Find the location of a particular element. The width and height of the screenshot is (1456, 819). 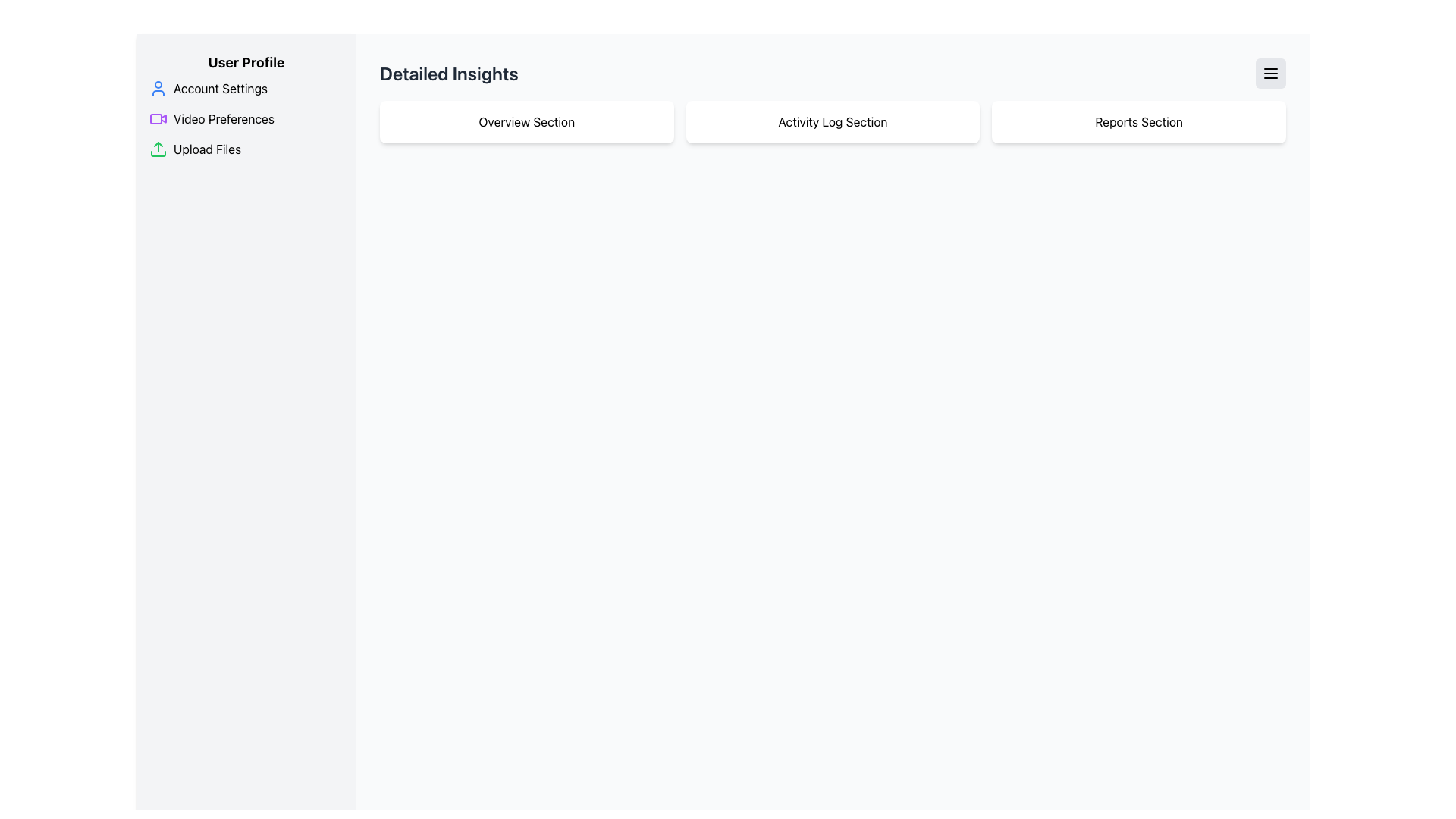

the 'Account Settings' menu item, which is the first item in the User Profile section of the vertical menu list on the left side of the interface is located at coordinates (246, 88).